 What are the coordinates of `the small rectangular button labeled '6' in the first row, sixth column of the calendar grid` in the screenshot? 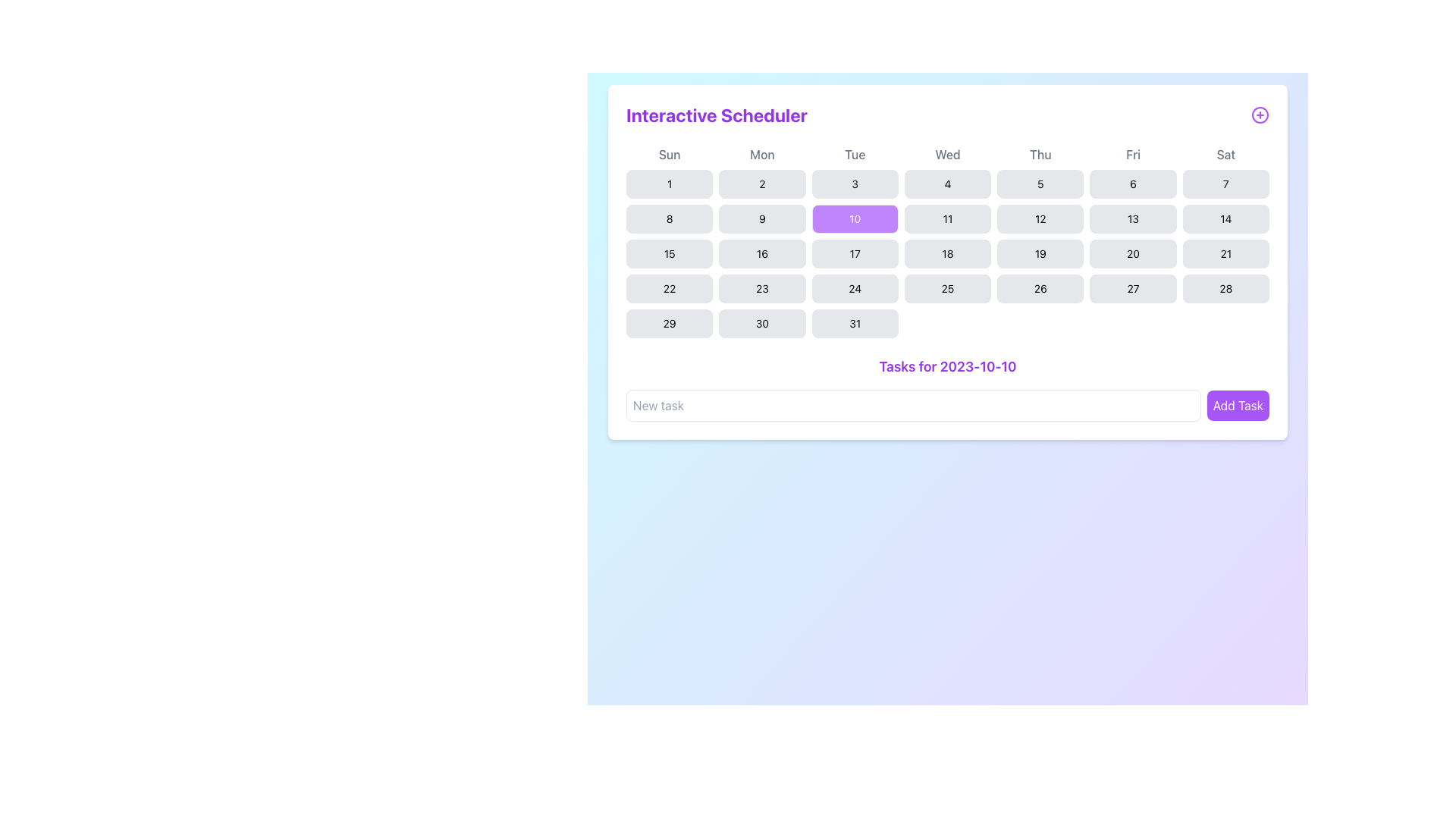 It's located at (1133, 184).